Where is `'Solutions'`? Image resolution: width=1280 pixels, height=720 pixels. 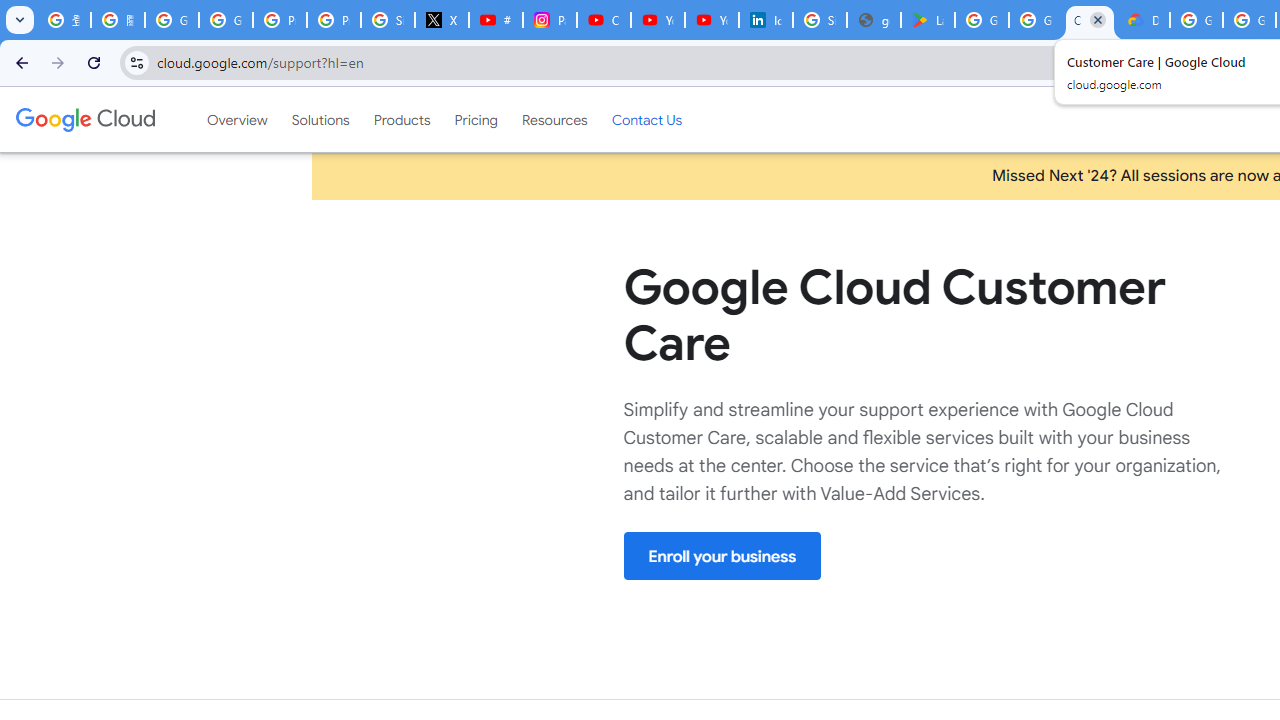
'Solutions' is located at coordinates (320, 119).